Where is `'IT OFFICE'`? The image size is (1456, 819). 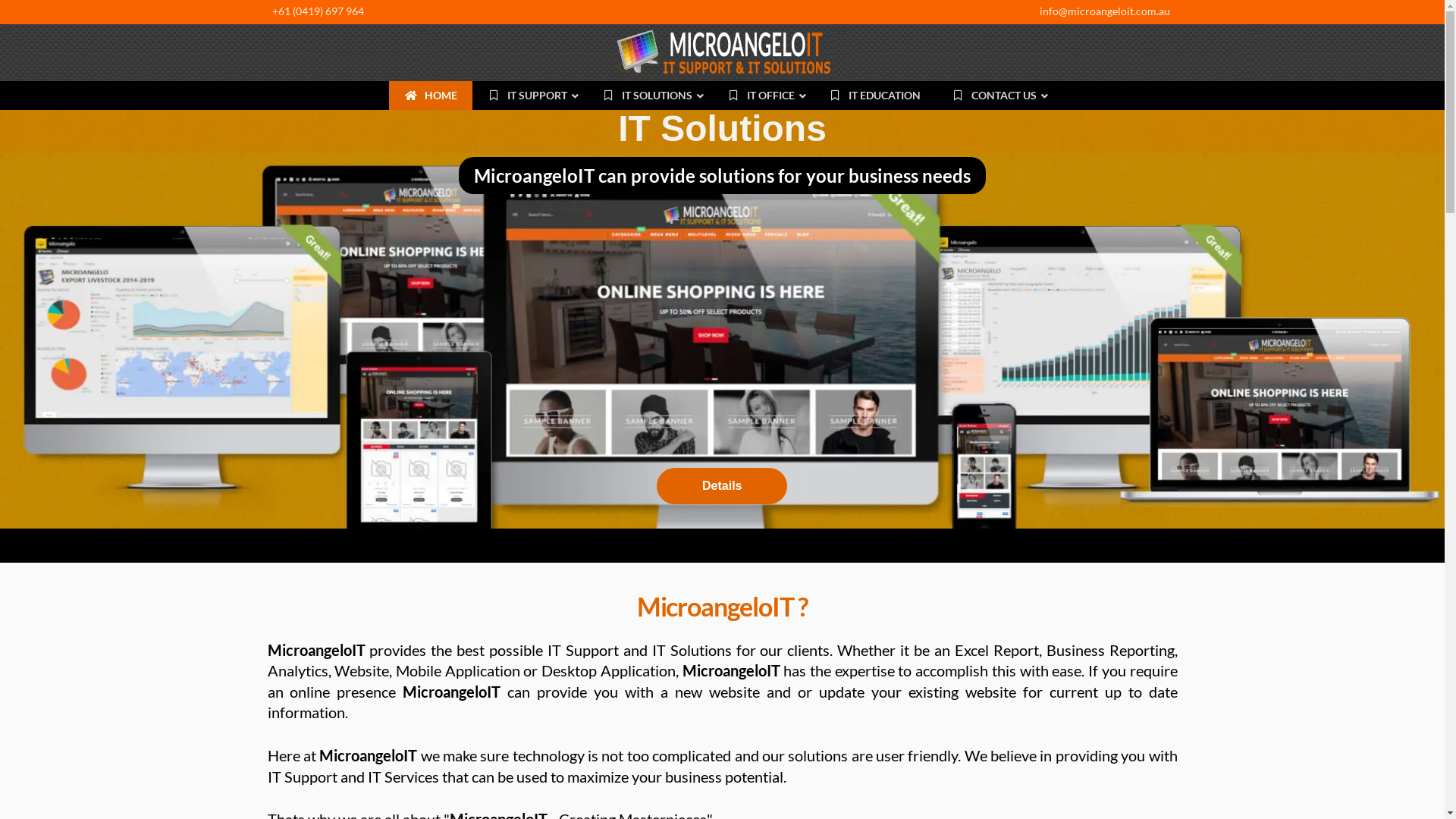 'IT OFFICE' is located at coordinates (762, 96).